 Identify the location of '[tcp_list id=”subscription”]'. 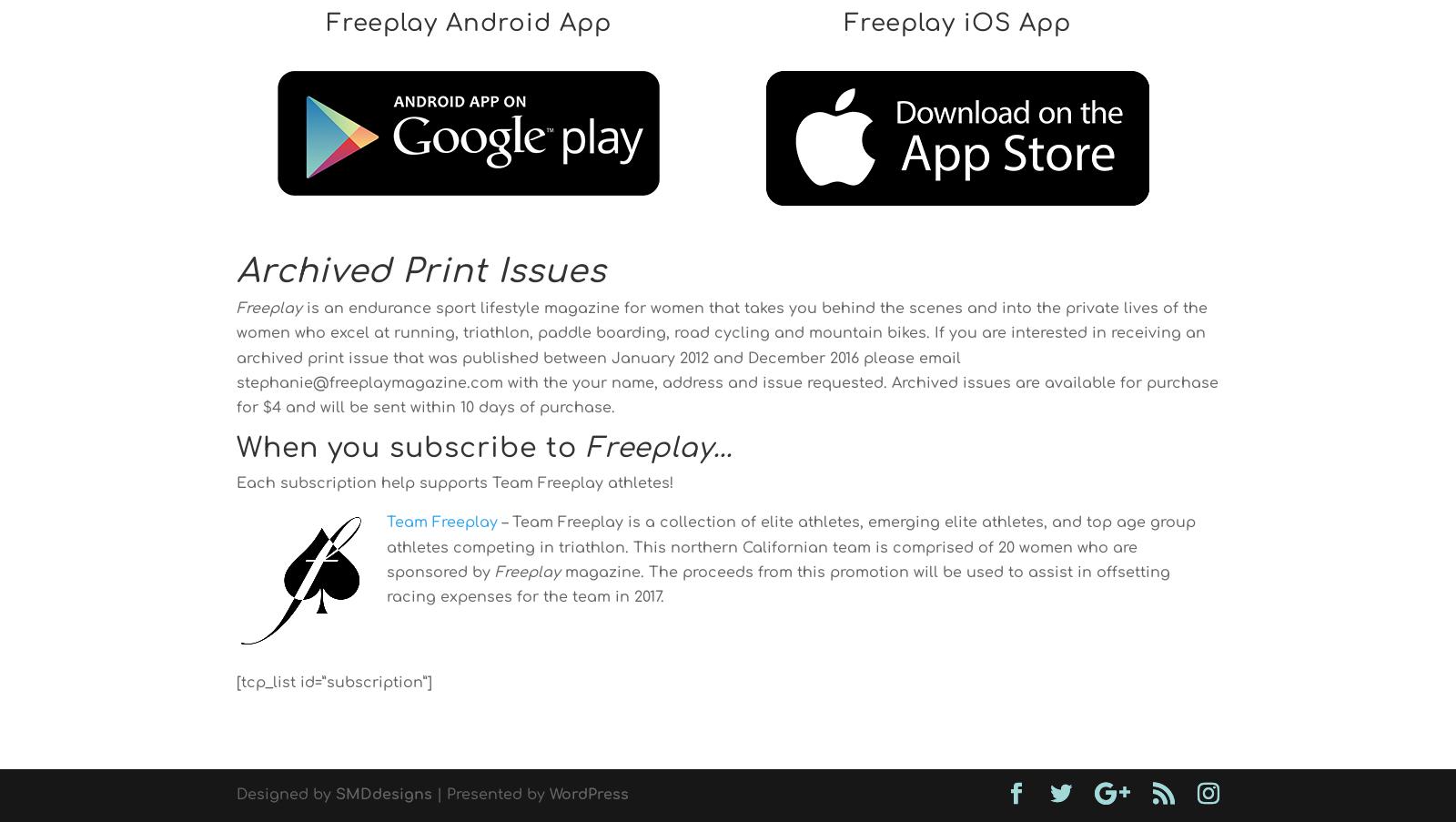
(237, 683).